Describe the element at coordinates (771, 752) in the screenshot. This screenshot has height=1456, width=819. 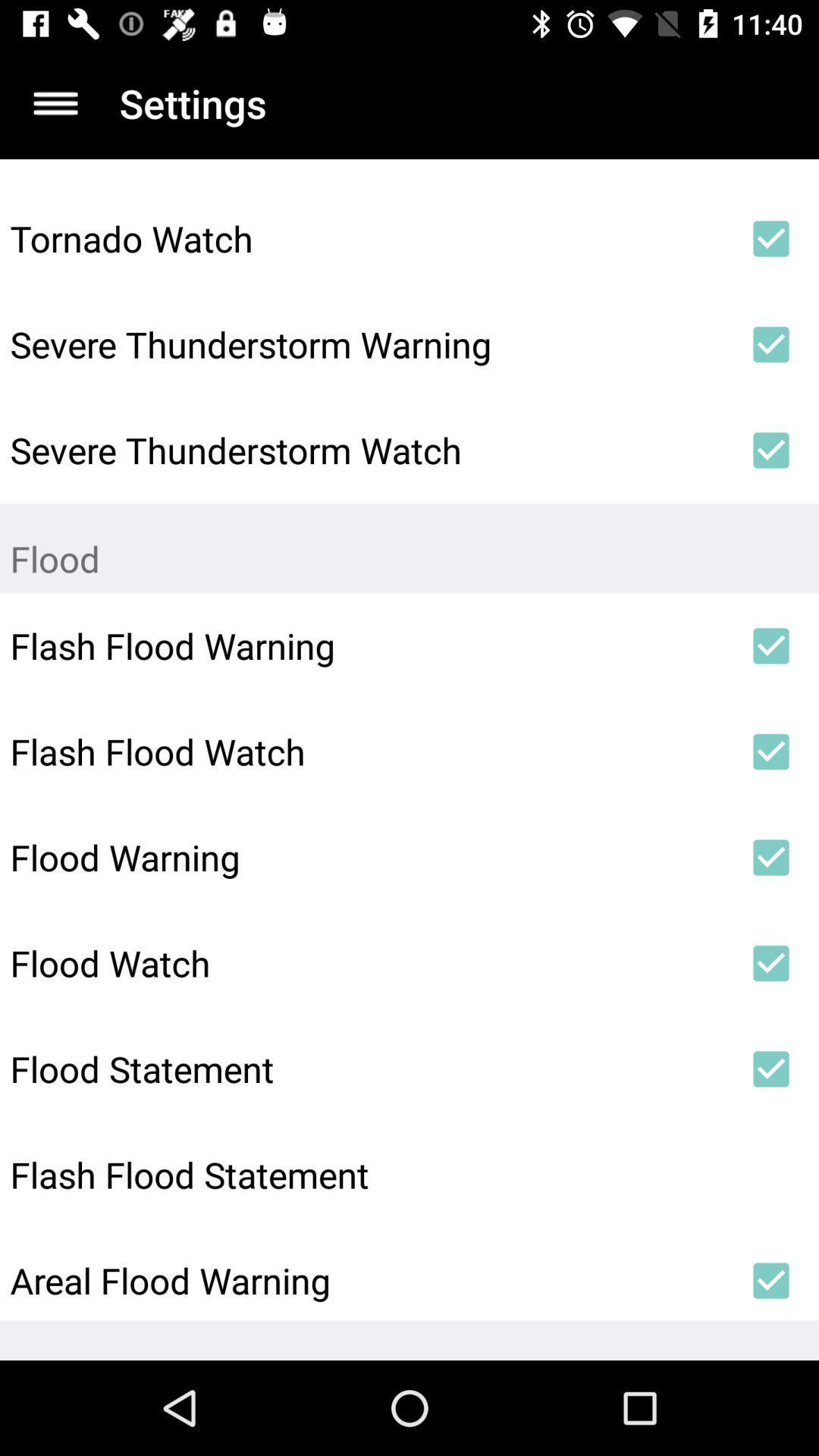
I see `item next to the flash flood watch` at that location.